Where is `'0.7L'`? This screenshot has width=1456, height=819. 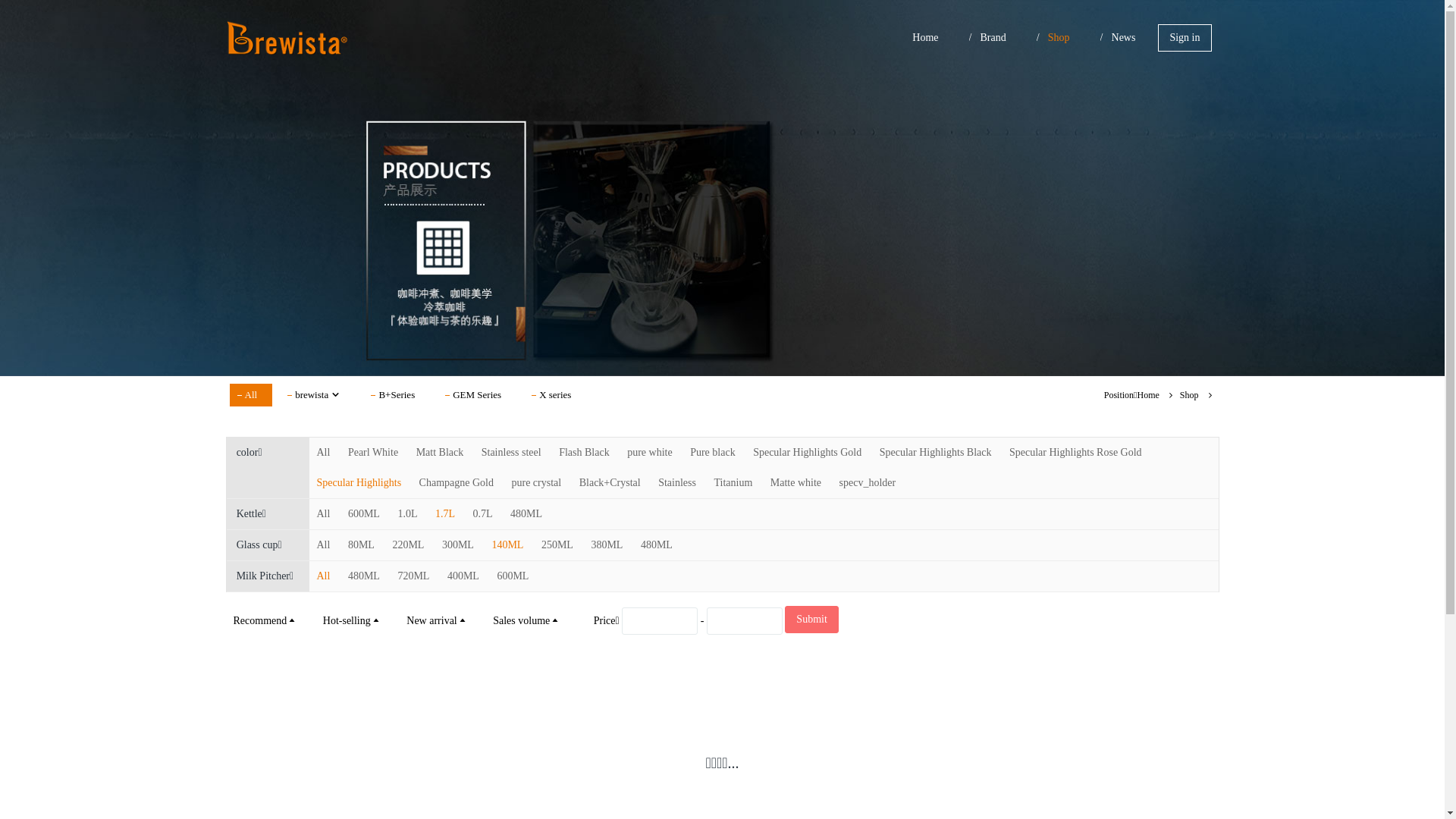
'0.7L' is located at coordinates (482, 513).